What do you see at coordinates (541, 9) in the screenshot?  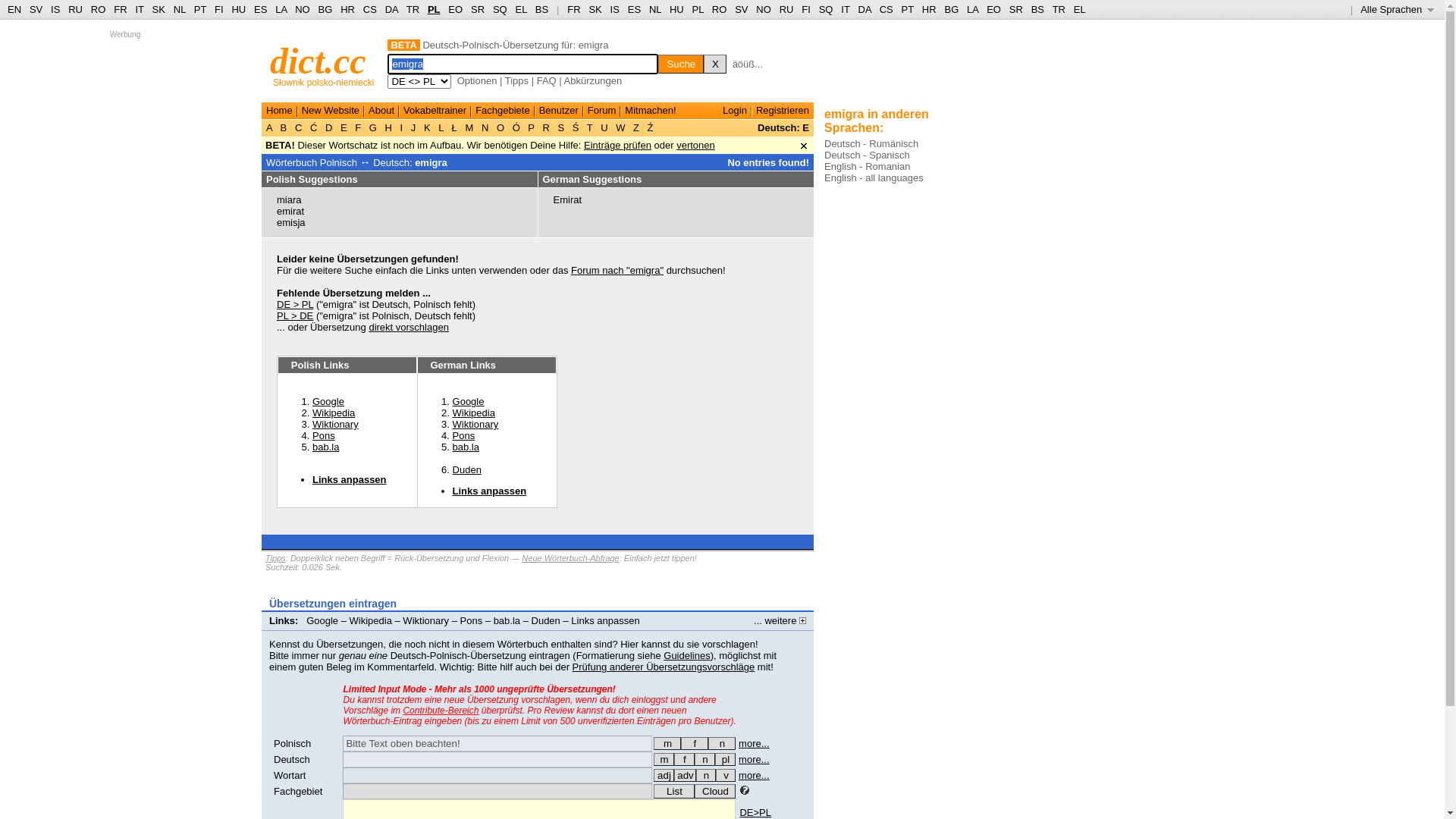 I see `'BS'` at bounding box center [541, 9].